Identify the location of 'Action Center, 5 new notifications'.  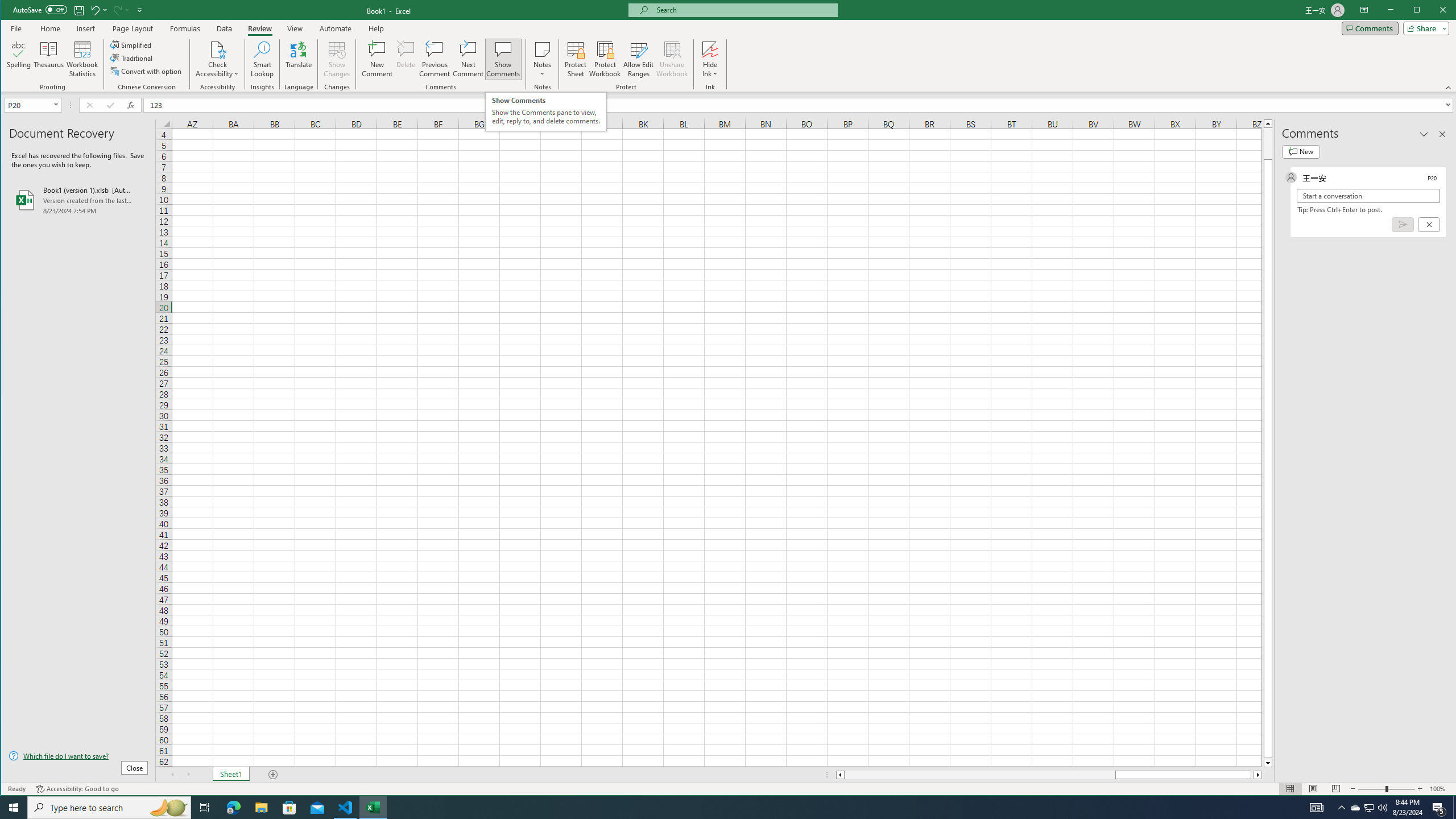
(1439, 806).